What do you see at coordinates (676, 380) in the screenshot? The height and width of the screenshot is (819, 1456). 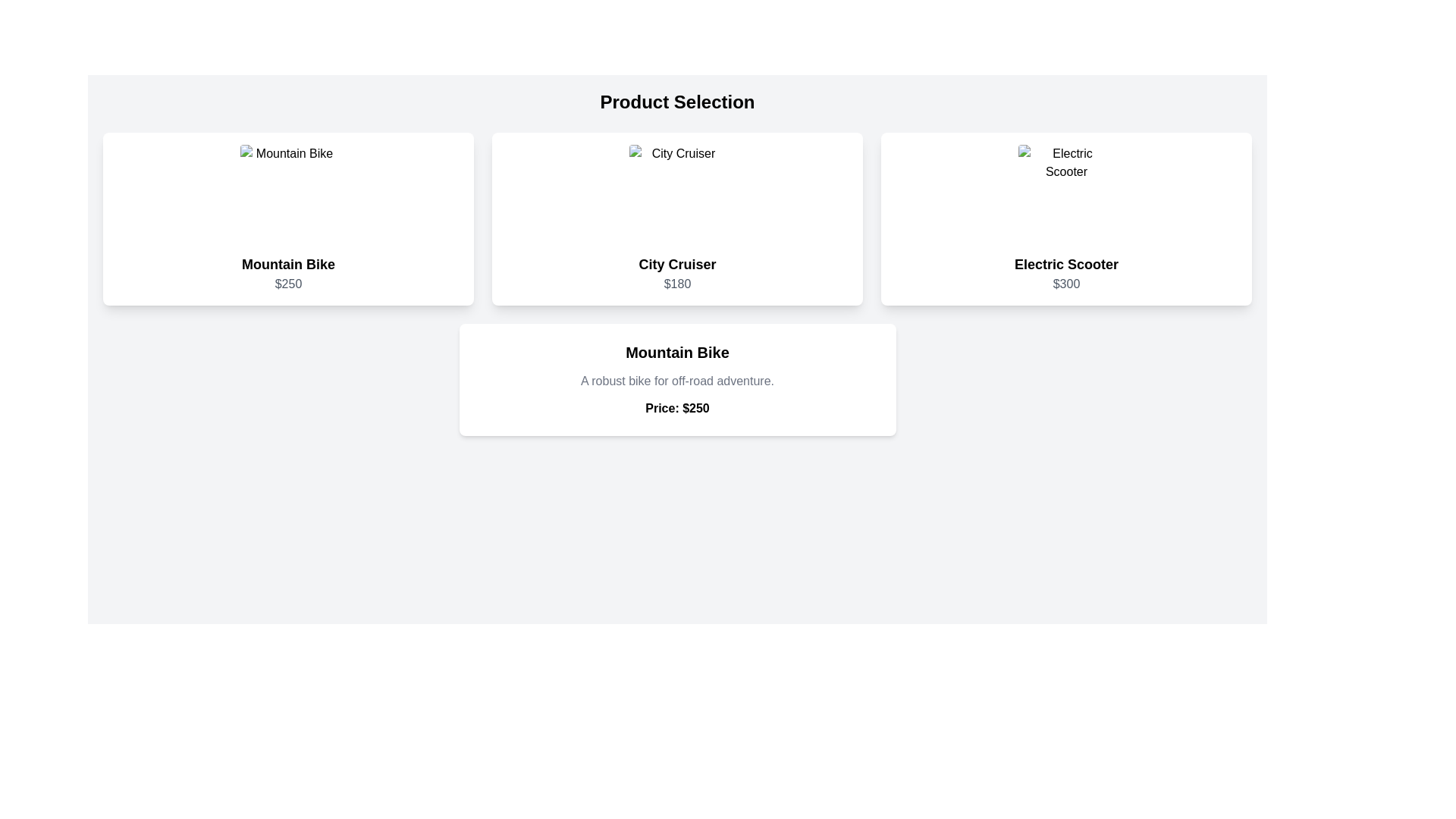 I see `the descriptive text label for the 'Mountain Bike' product, which is located below the title and above the price label` at bounding box center [676, 380].